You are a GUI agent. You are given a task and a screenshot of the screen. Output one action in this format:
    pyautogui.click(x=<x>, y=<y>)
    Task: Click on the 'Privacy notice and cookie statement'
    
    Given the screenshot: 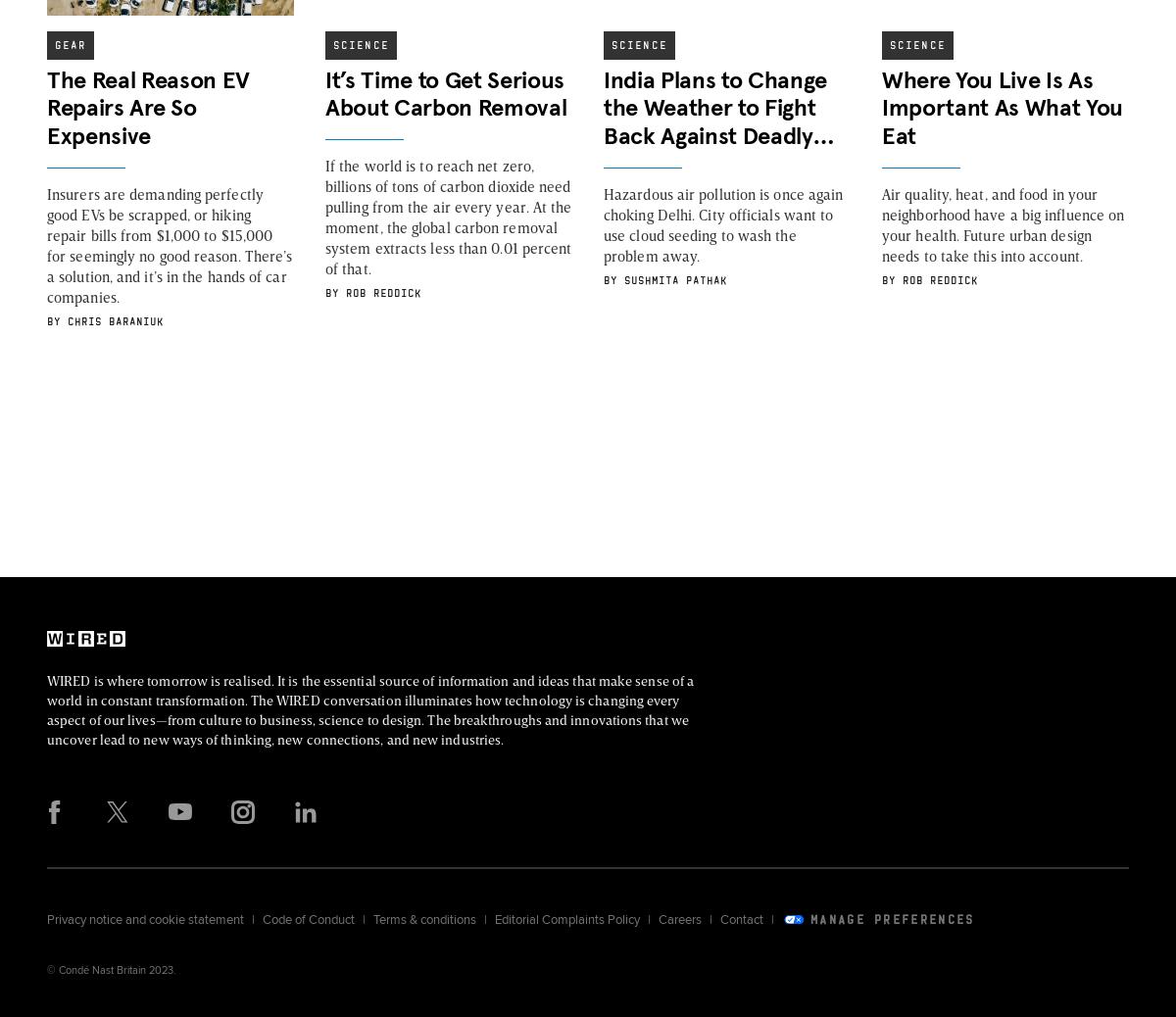 What is the action you would take?
    pyautogui.click(x=145, y=919)
    